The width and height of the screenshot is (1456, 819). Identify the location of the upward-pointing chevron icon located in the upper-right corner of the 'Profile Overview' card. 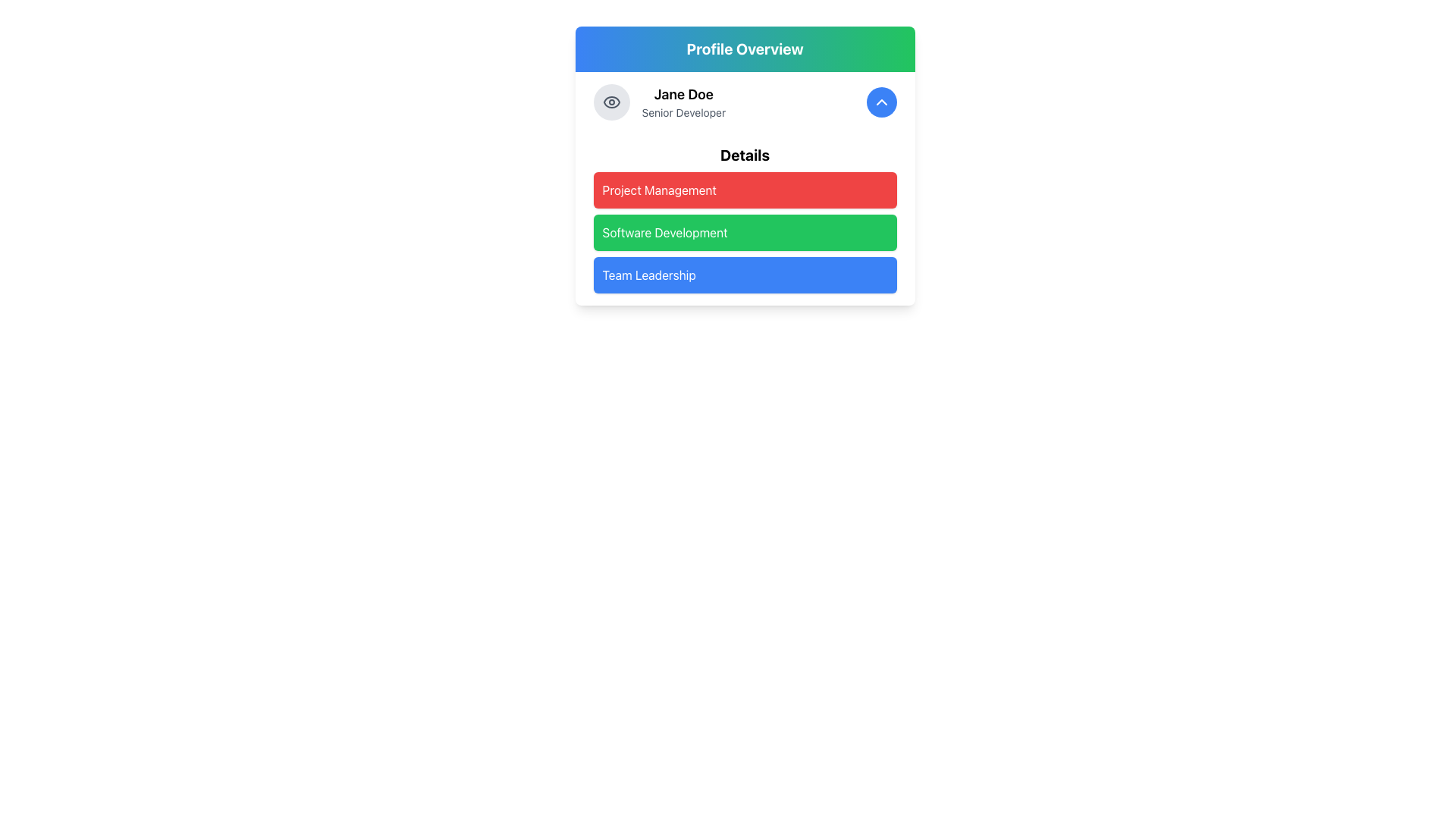
(881, 102).